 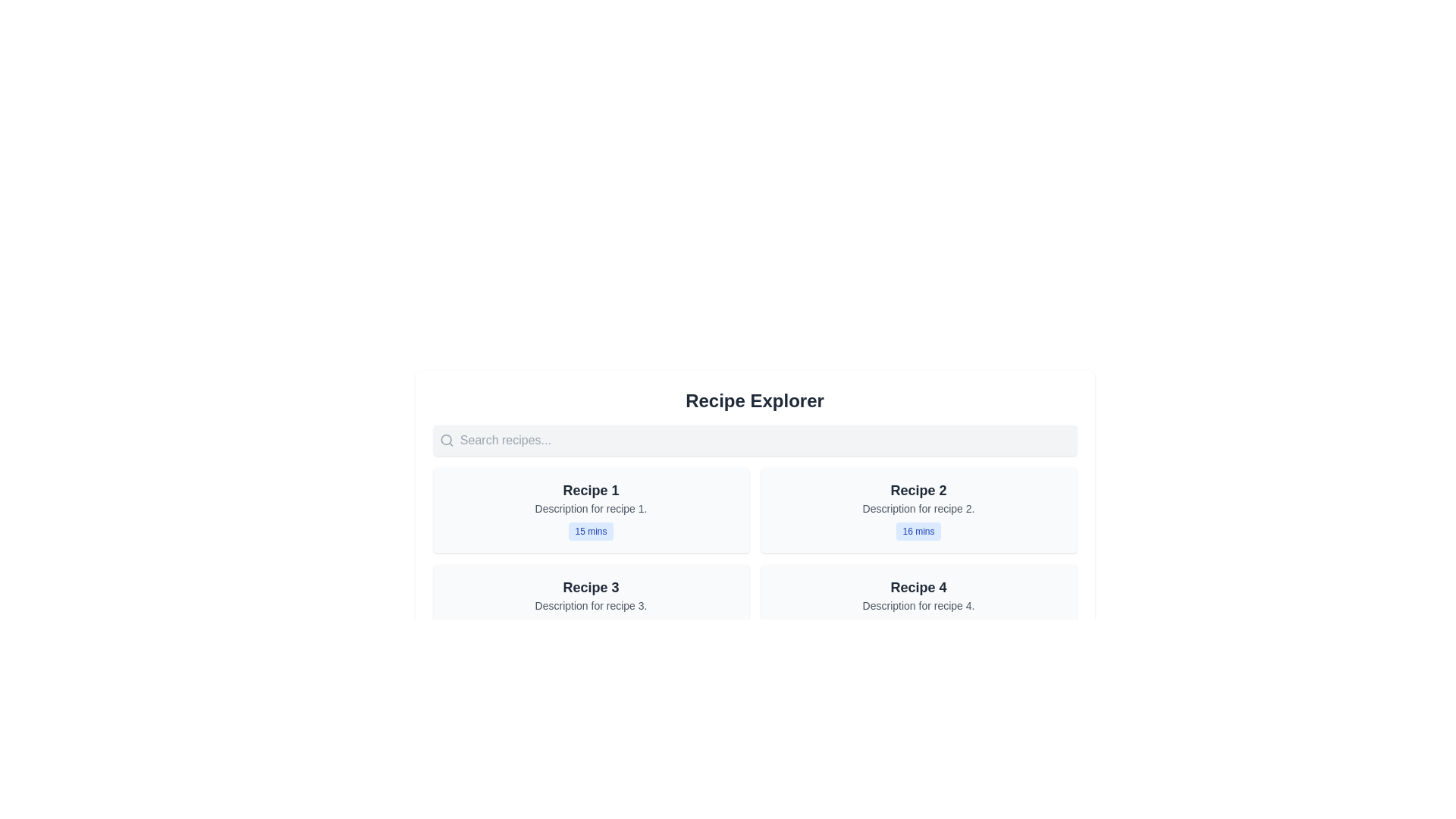 What do you see at coordinates (755, 400) in the screenshot?
I see `title of the Text Header, which is positioned above the search bar in the recipe exploration interface` at bounding box center [755, 400].